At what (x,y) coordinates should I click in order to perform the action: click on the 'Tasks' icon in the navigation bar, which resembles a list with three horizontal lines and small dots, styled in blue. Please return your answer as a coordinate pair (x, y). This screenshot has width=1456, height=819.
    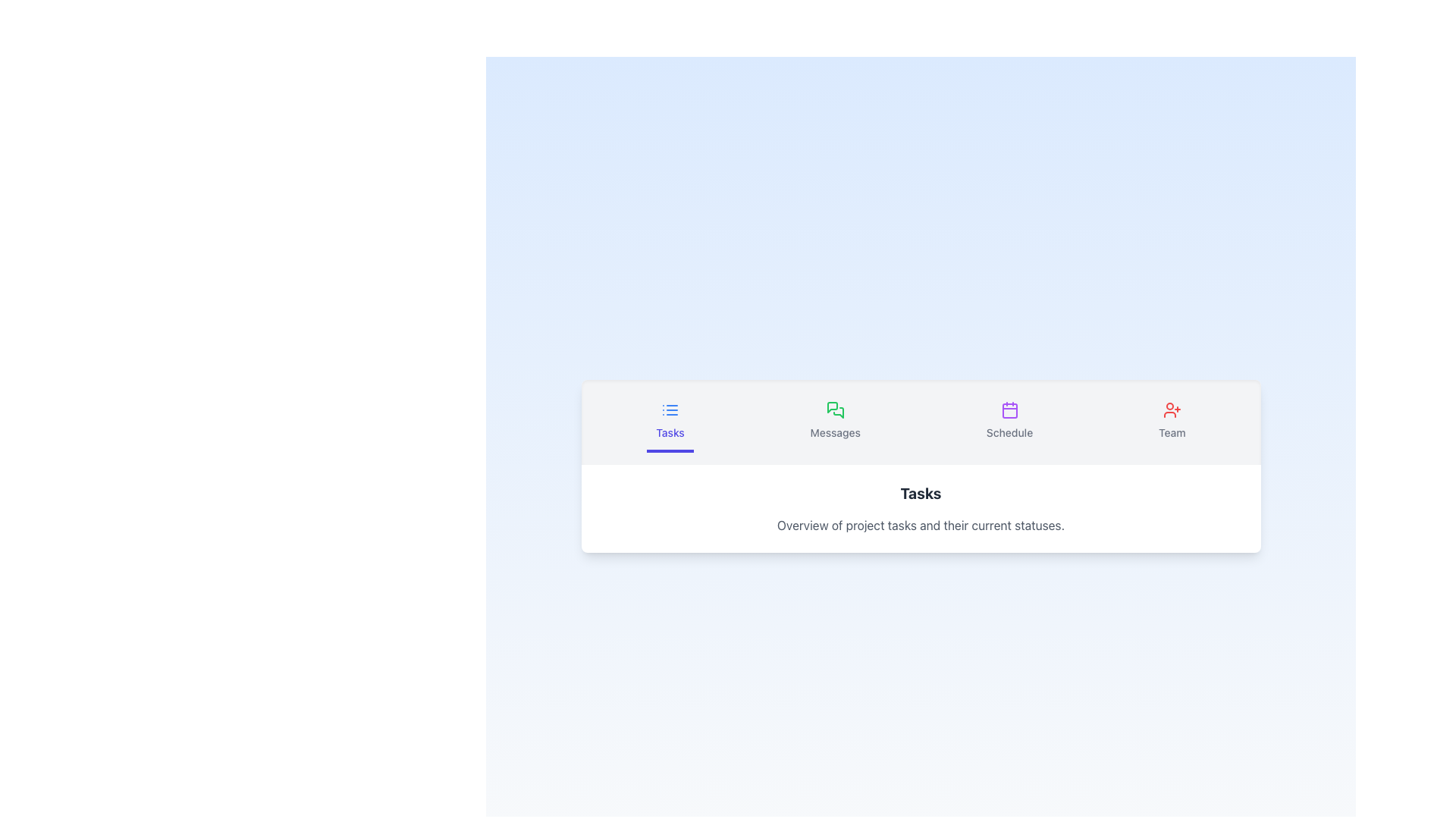
    Looking at the image, I should click on (670, 409).